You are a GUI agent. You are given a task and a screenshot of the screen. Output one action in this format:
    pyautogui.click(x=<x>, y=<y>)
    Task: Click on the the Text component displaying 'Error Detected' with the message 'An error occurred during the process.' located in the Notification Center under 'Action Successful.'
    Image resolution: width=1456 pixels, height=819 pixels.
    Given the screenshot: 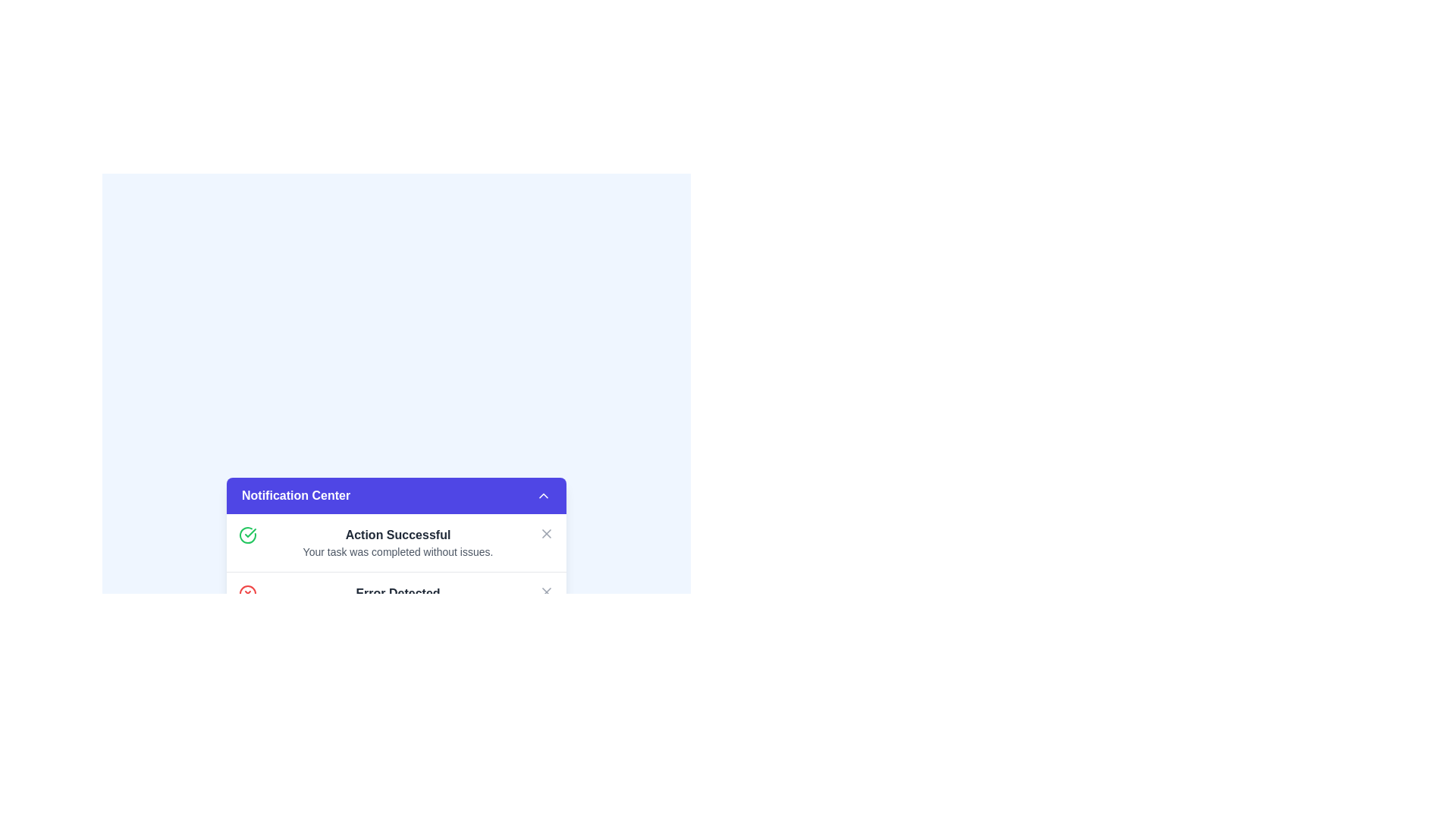 What is the action you would take?
    pyautogui.click(x=397, y=601)
    